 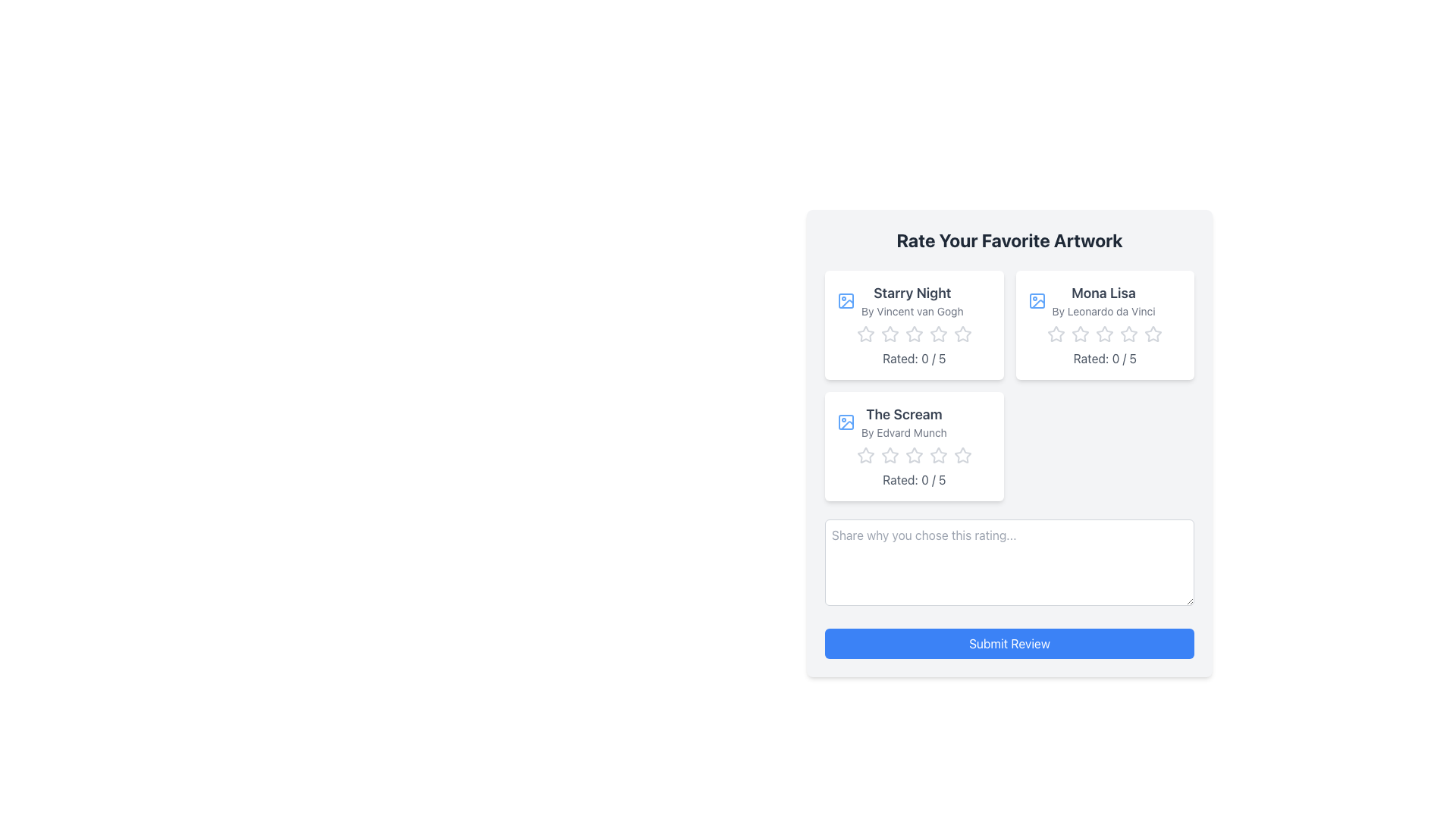 I want to click on the icon representing the artwork associated with the 'Starry Night' text, located to the immediate left of the title text, so click(x=846, y=301).